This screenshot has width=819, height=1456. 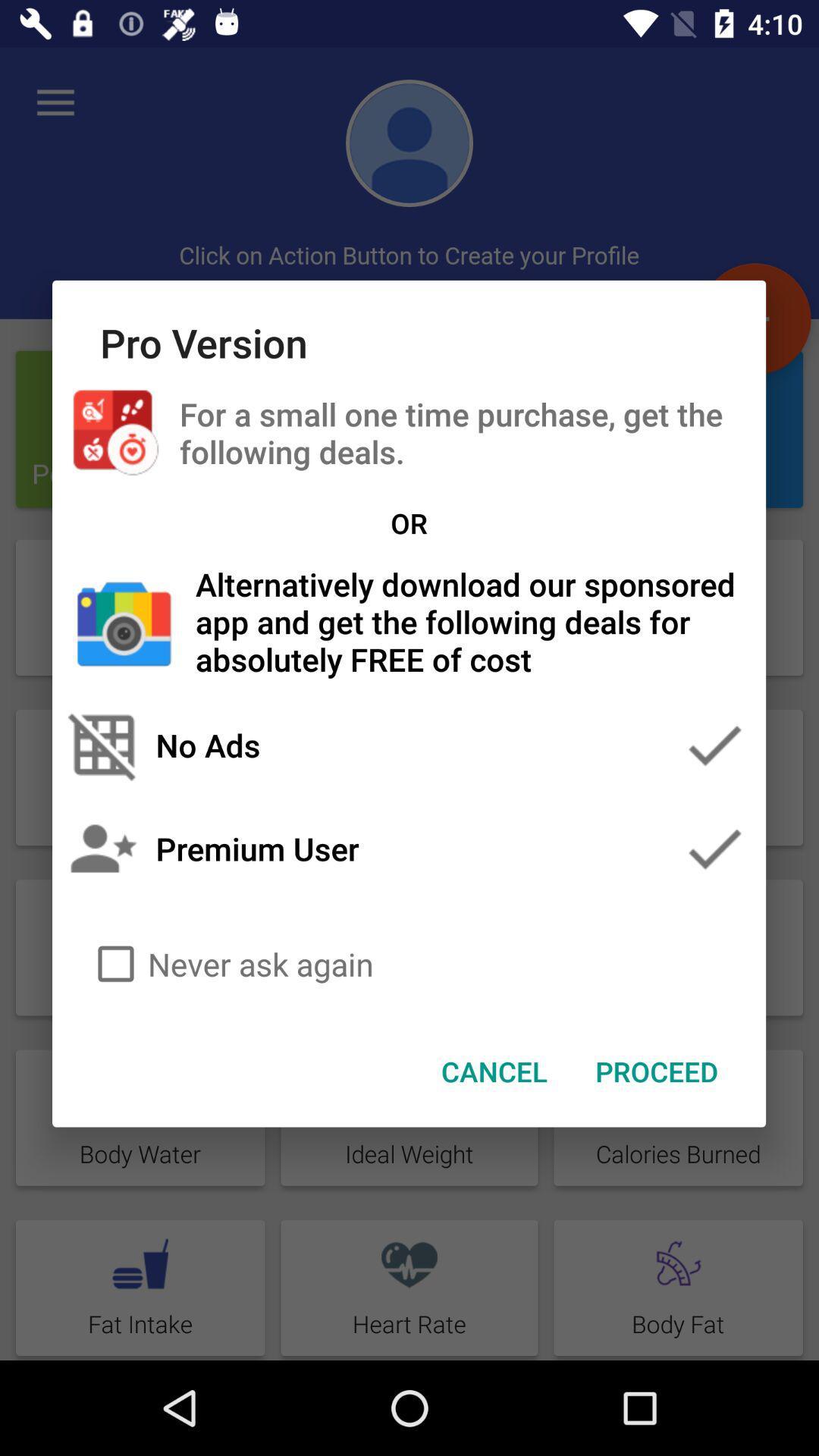 What do you see at coordinates (408, 963) in the screenshot?
I see `the never ask again` at bounding box center [408, 963].